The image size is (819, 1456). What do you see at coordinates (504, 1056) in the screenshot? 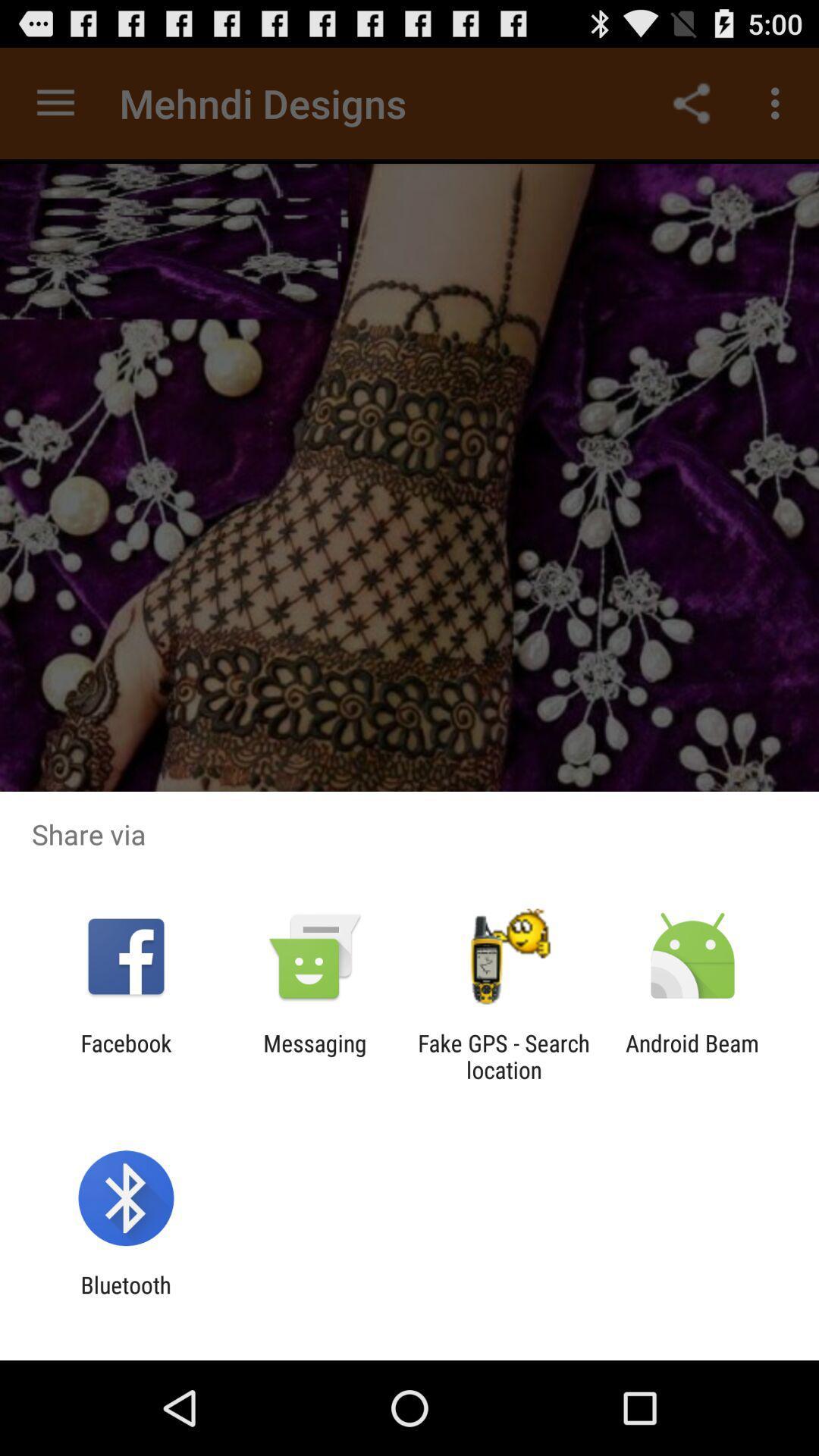
I see `the fake gps search item` at bounding box center [504, 1056].